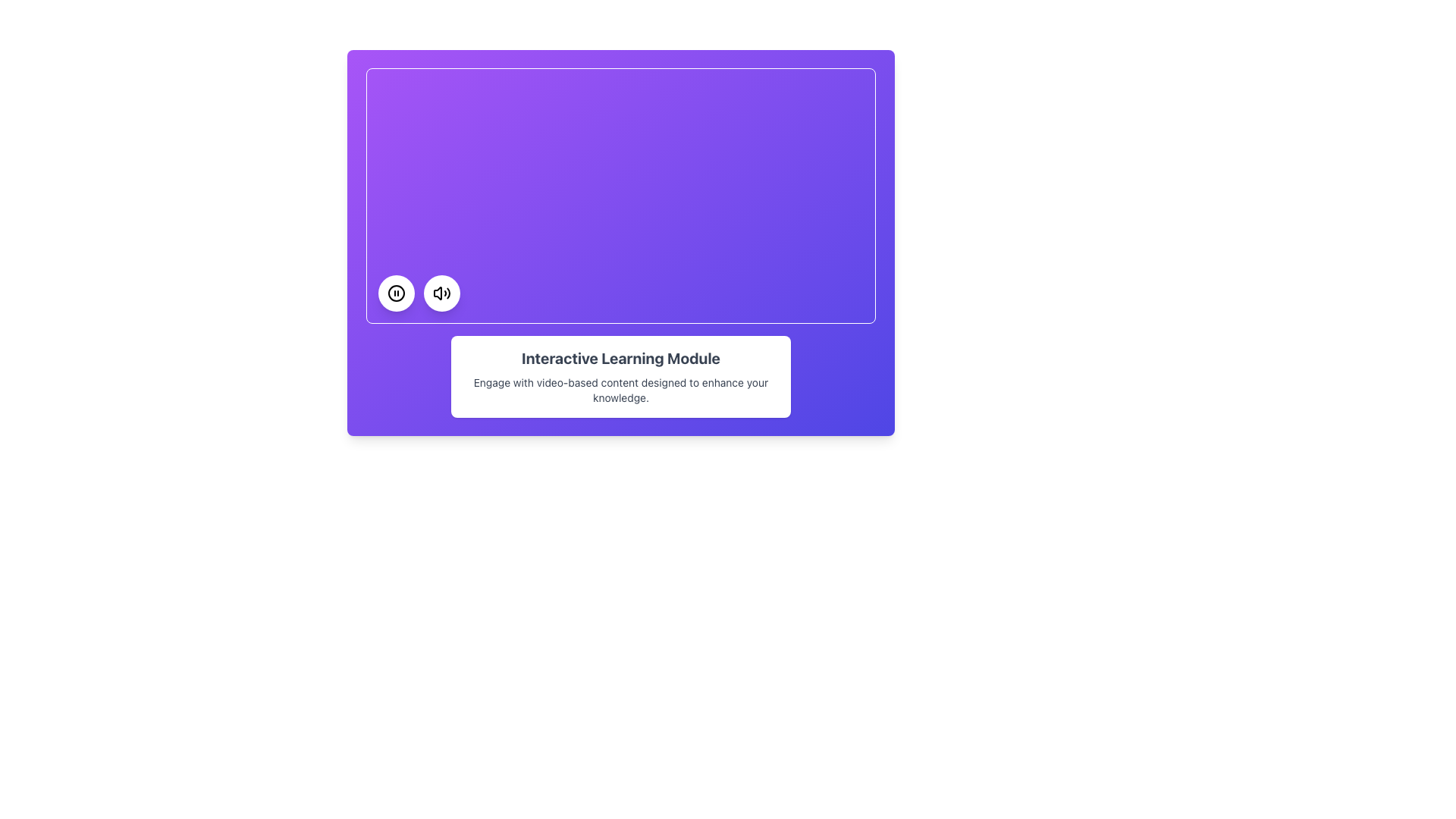  I want to click on the SVG Circle element that serves as a visual feature indicating a 'pause' action, located in the bottom-left of a purple rectangle area, adjacent to a speaker icon, by moving the cursor to its center point, so click(397, 293).